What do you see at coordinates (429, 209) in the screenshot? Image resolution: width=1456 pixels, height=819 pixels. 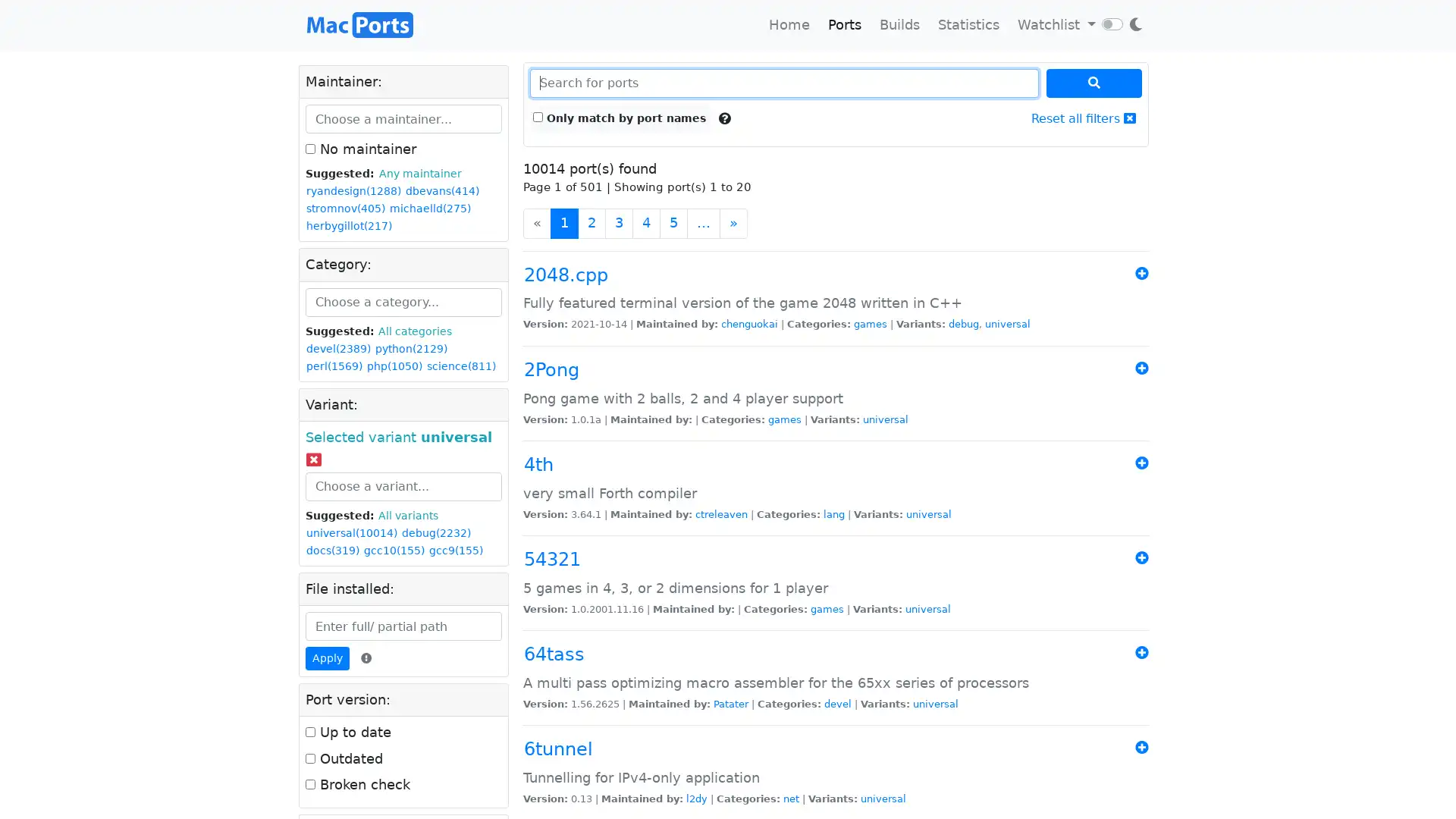 I see `michaelld(275)` at bounding box center [429, 209].